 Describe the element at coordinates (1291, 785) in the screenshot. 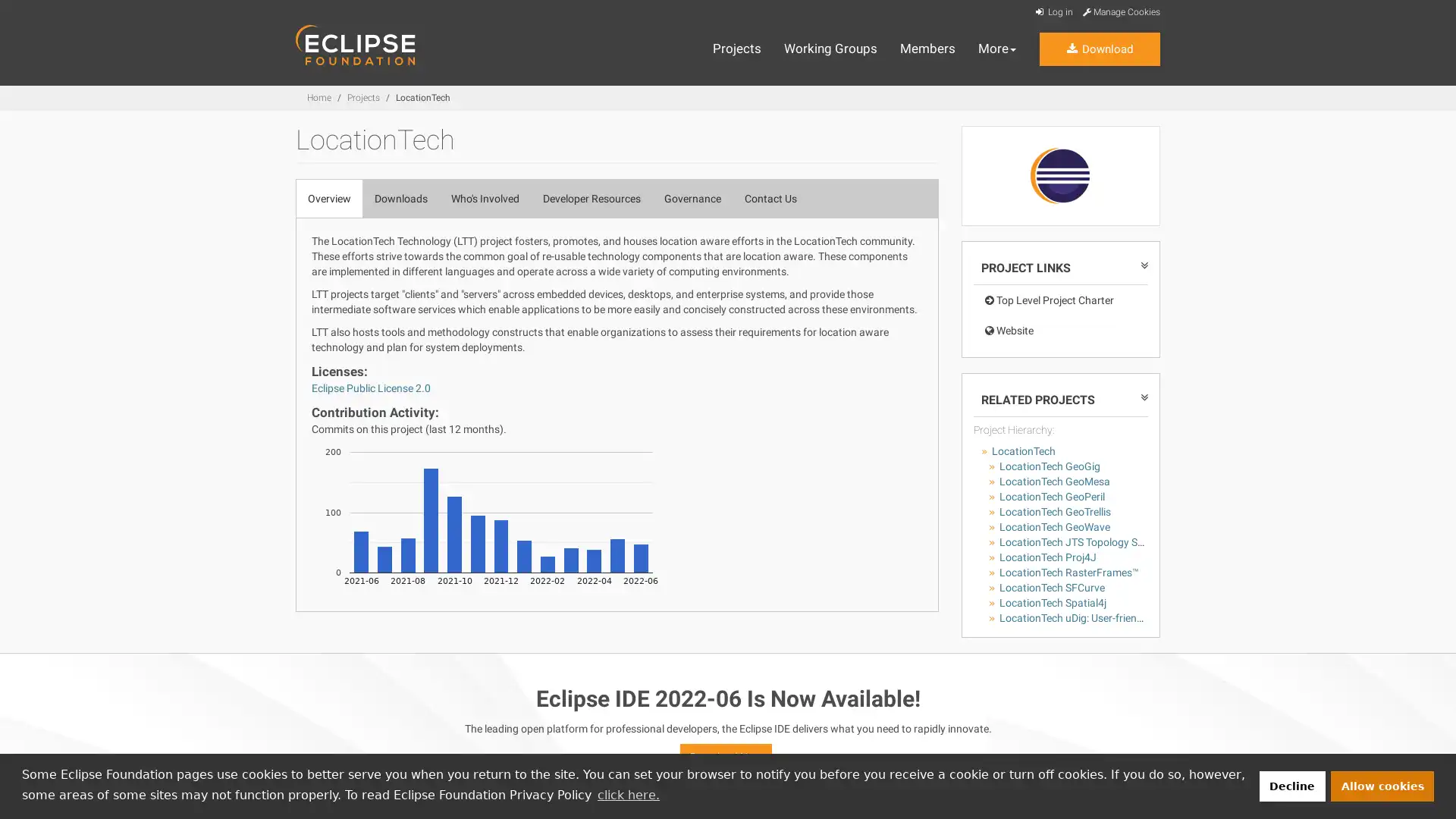

I see `deny cookies` at that location.